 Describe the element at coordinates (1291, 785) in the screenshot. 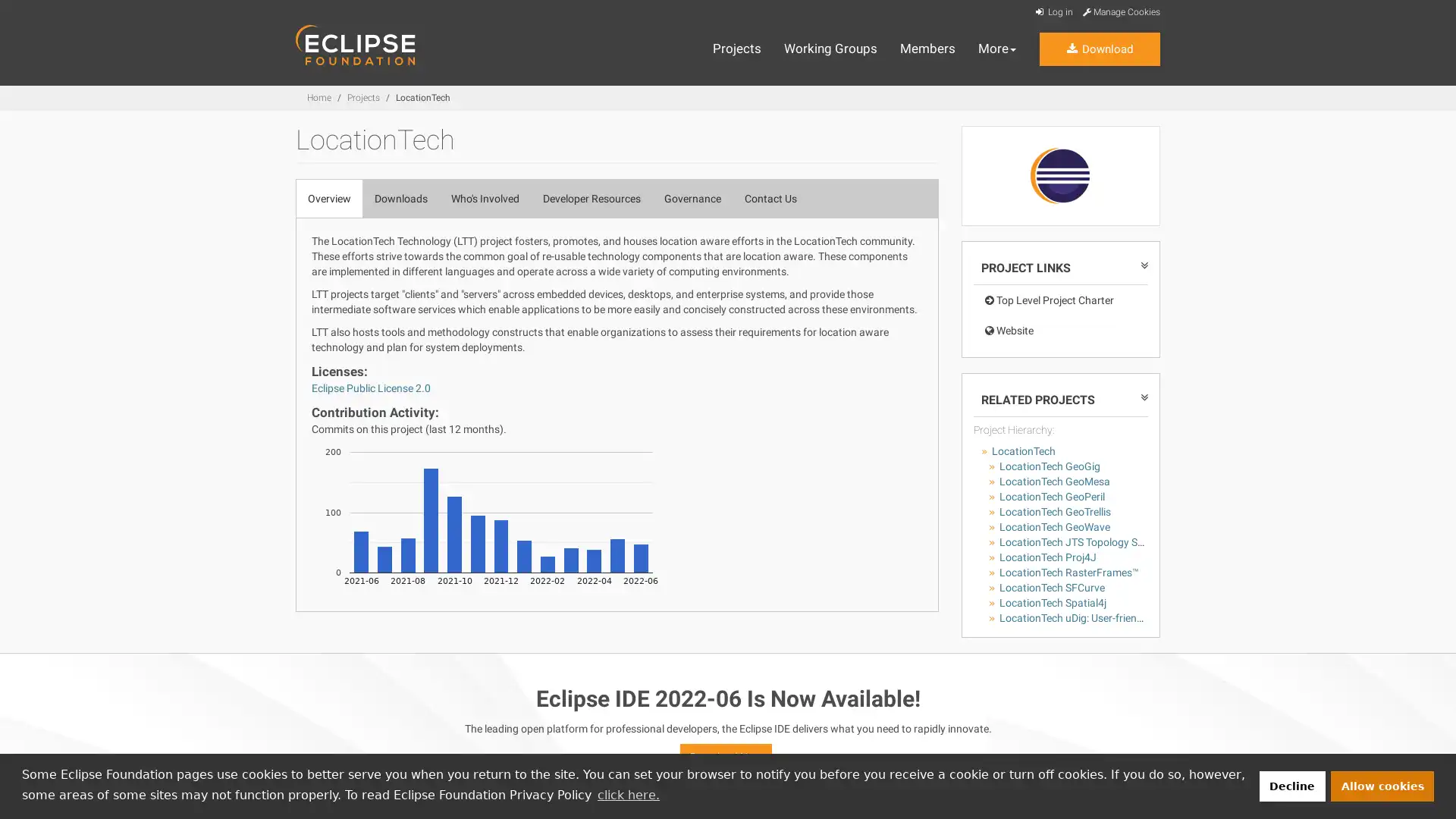

I see `deny cookies` at that location.